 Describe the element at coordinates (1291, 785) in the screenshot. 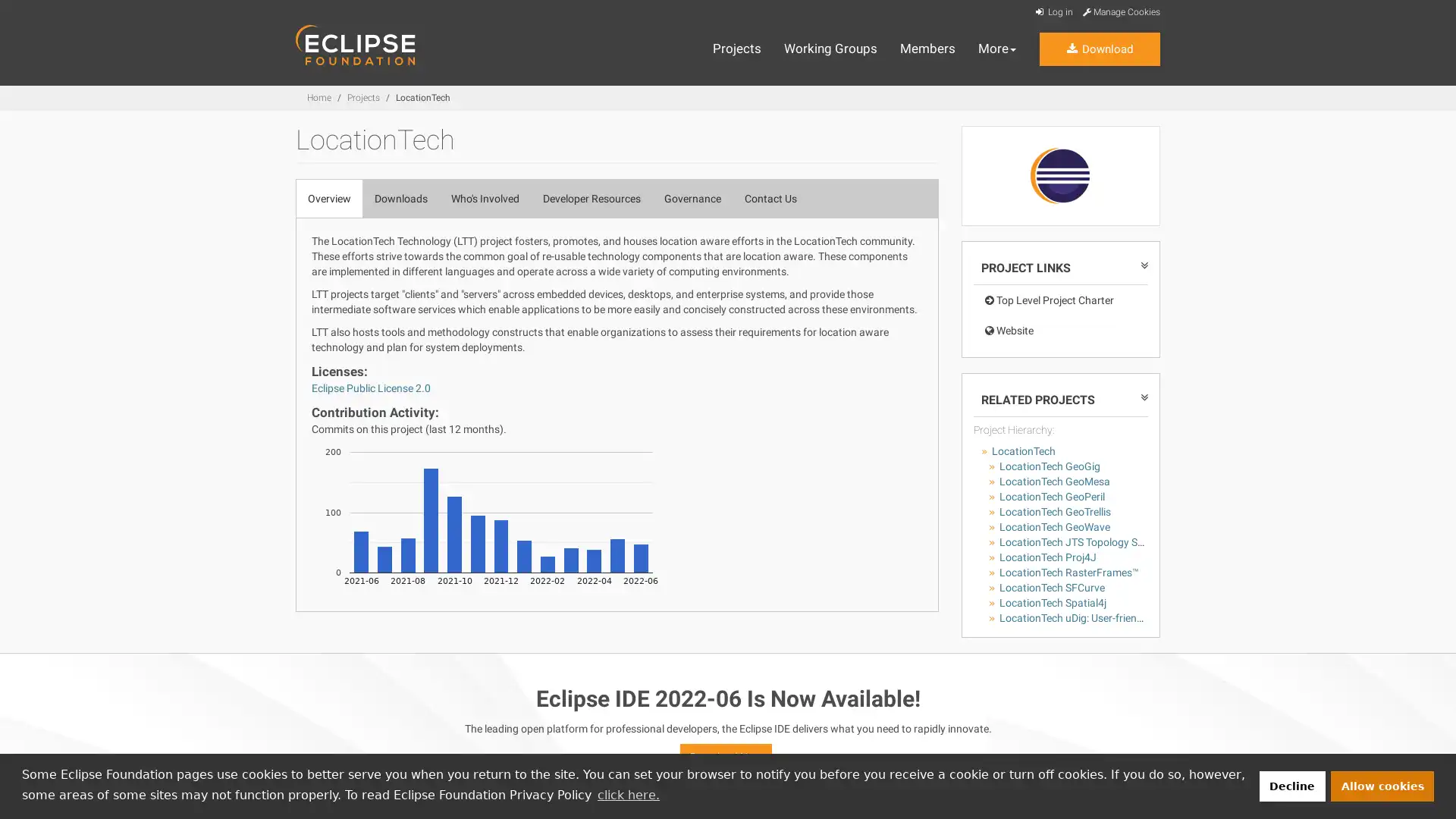

I see `deny cookies` at that location.